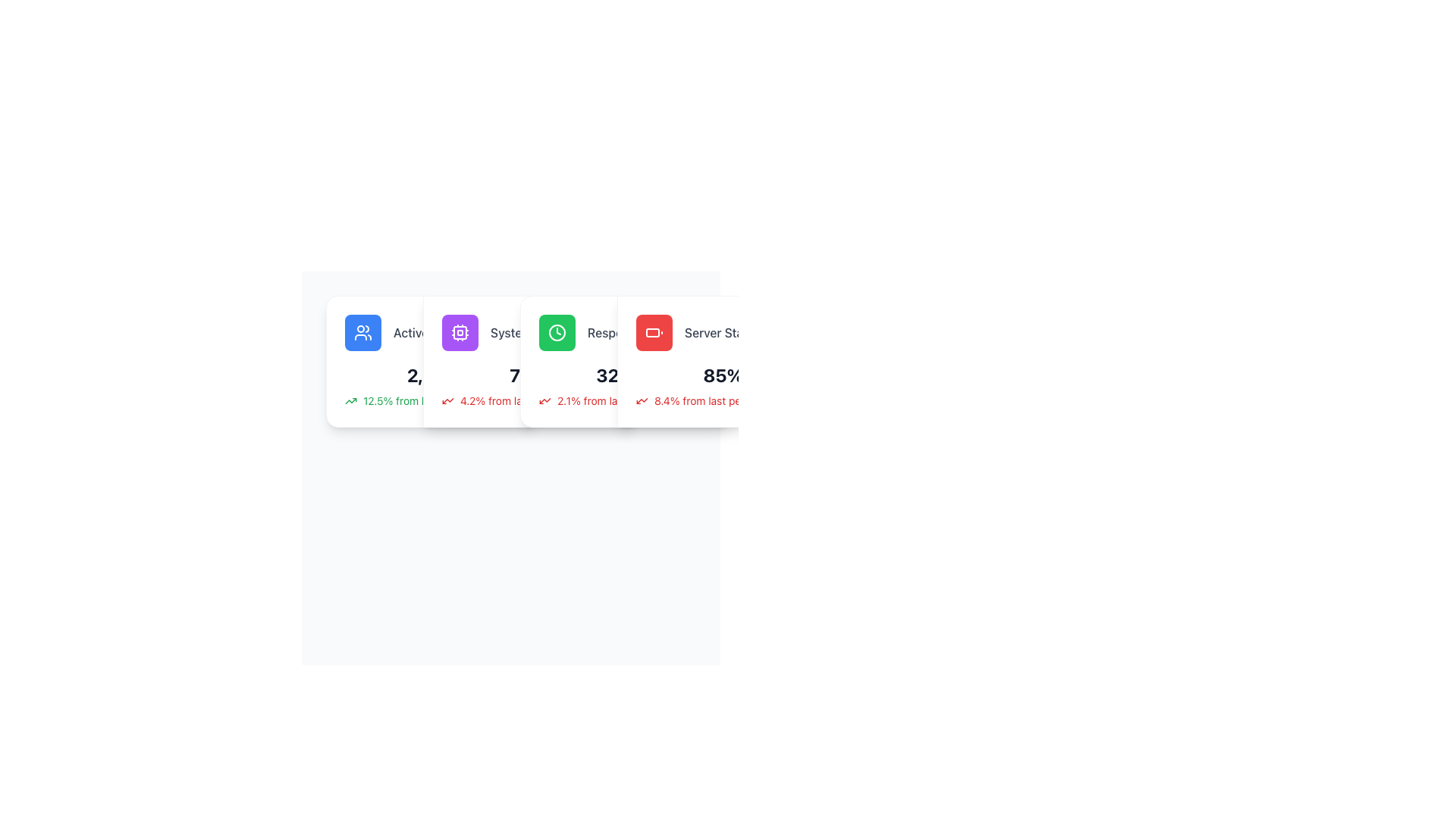 This screenshot has width=1456, height=819. Describe the element at coordinates (626, 362) in the screenshot. I see `the Informational Card that displays application response time metrics, positioned as the third card in a horizontal sequence` at that location.